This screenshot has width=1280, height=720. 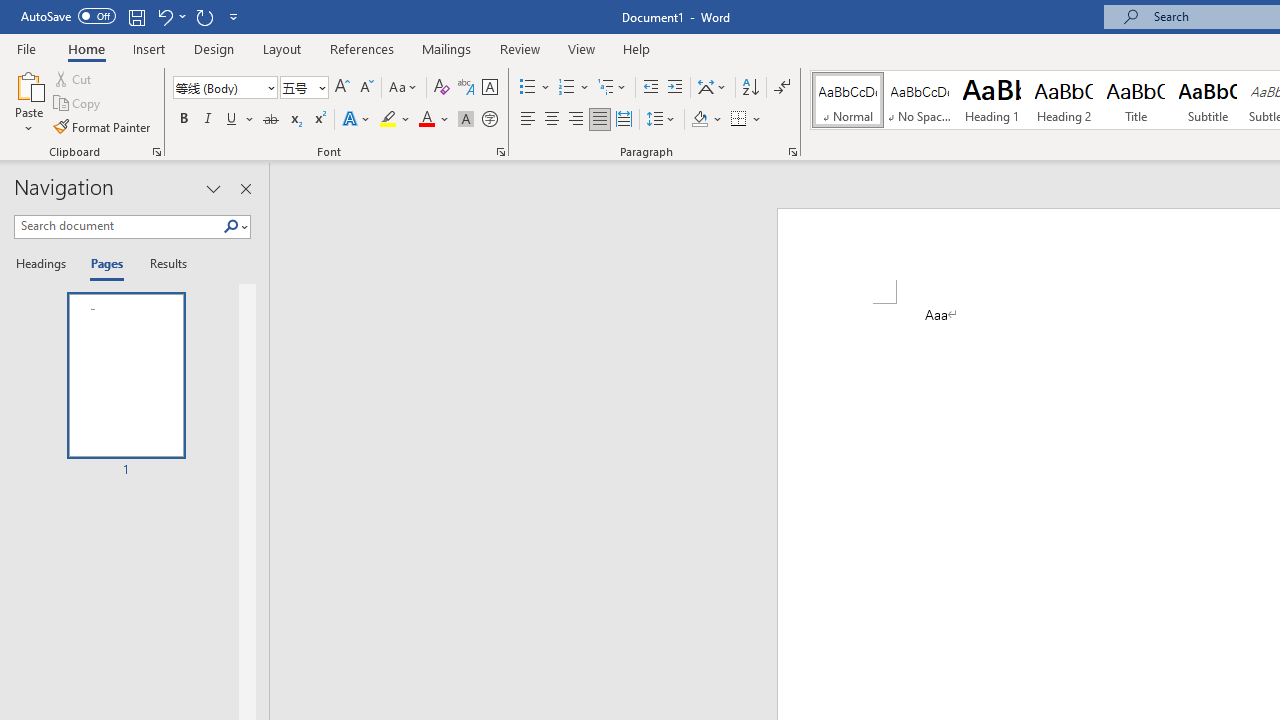 What do you see at coordinates (707, 119) in the screenshot?
I see `'Shading'` at bounding box center [707, 119].